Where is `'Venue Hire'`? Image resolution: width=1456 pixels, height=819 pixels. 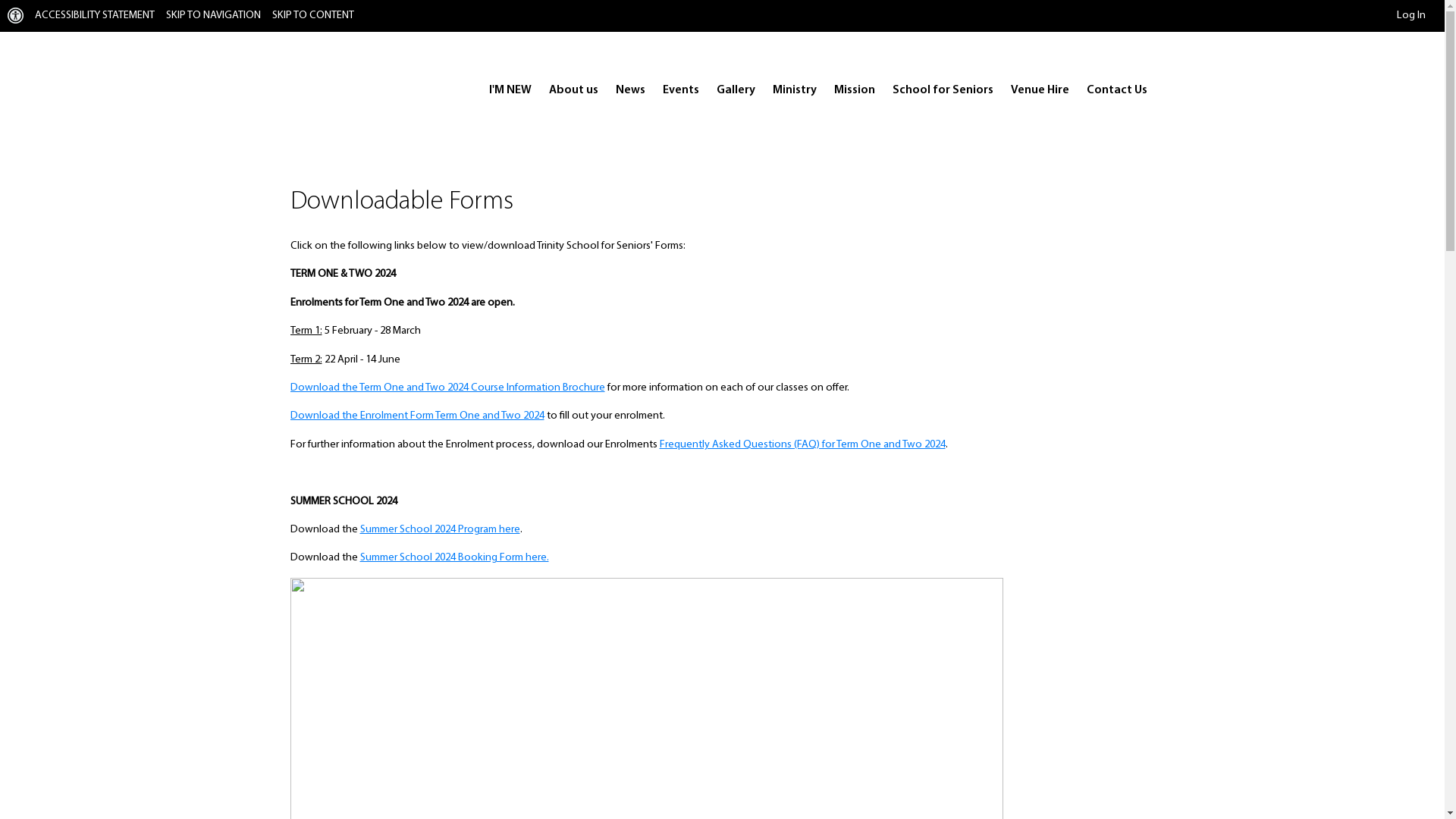
'Venue Hire' is located at coordinates (1038, 90).